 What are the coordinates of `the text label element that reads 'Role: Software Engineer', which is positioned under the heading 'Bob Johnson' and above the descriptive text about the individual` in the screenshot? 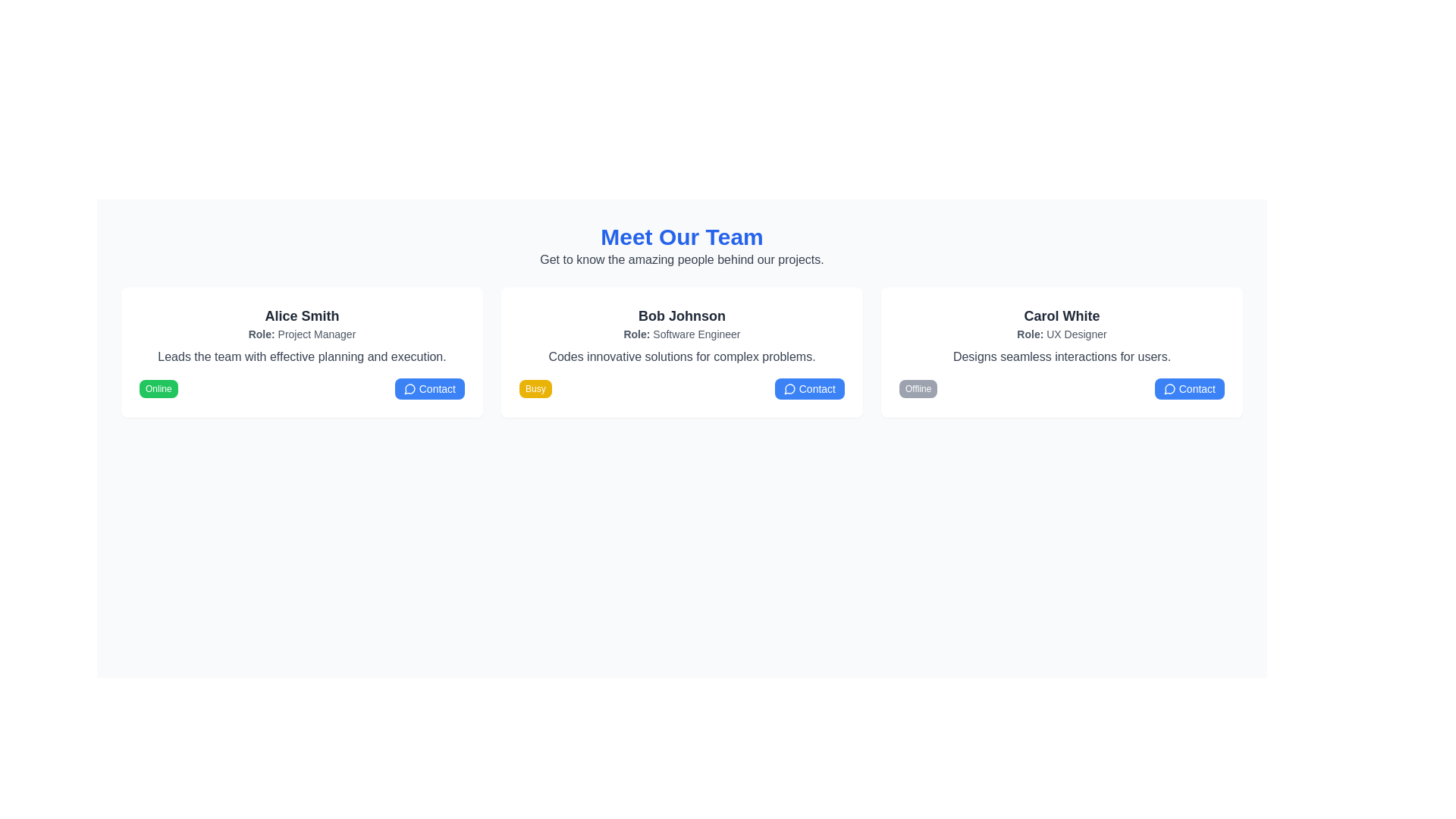 It's located at (681, 333).